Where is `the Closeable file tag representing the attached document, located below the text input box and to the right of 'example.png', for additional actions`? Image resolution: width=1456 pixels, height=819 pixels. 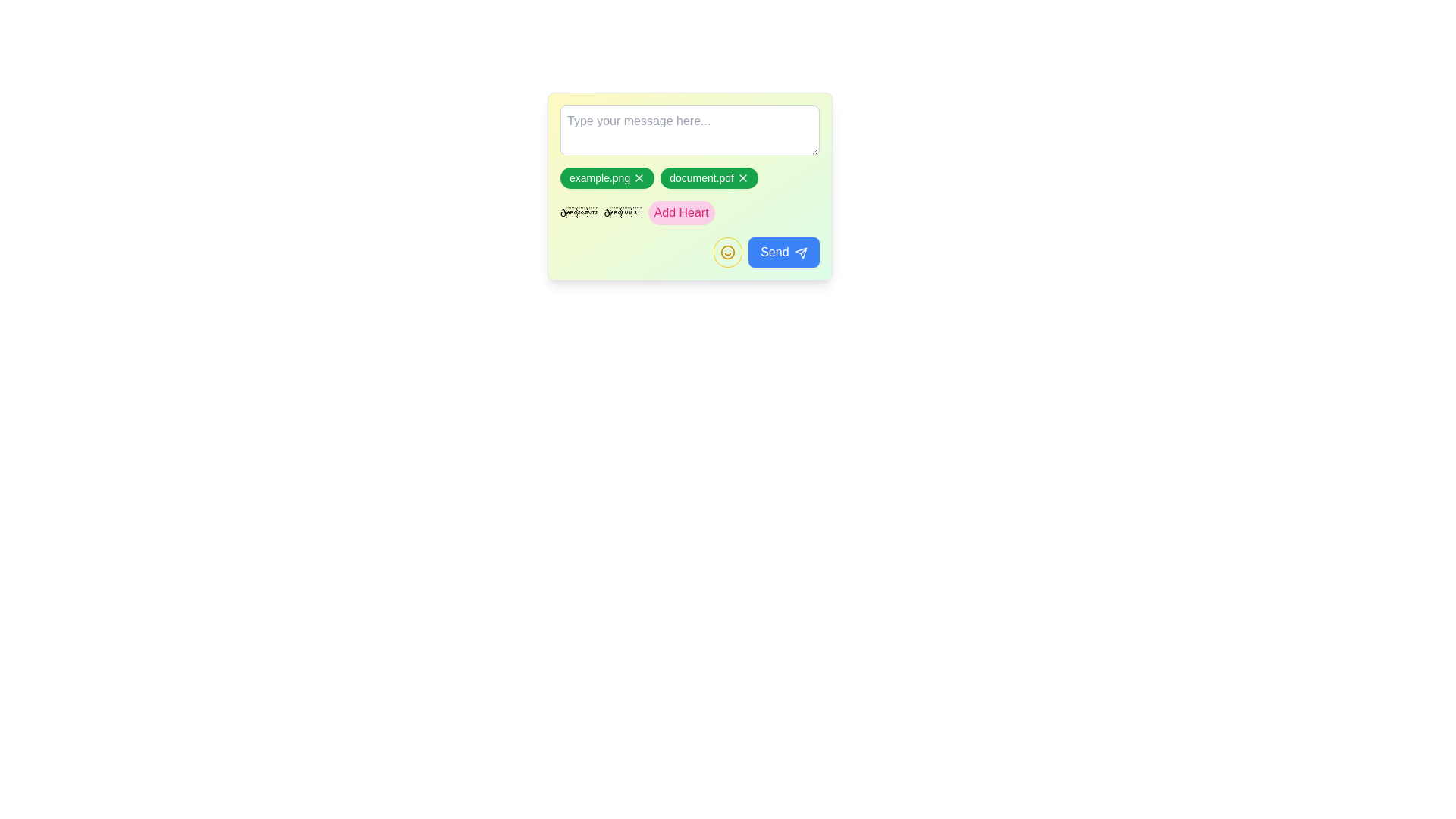 the Closeable file tag representing the attached document, located below the text input box and to the right of 'example.png', for additional actions is located at coordinates (689, 186).